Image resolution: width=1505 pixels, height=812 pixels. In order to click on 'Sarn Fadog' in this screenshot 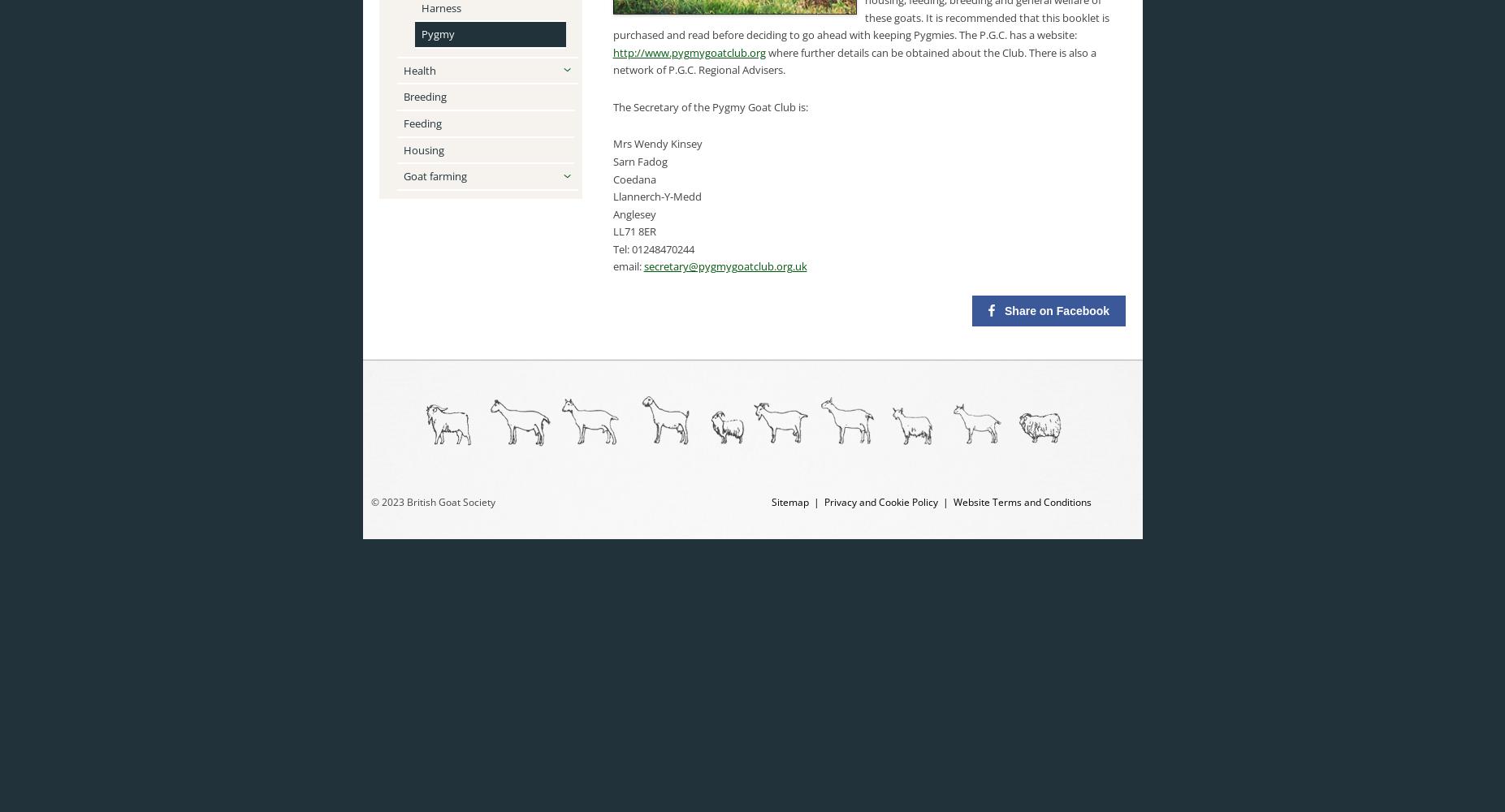, I will do `click(611, 160)`.